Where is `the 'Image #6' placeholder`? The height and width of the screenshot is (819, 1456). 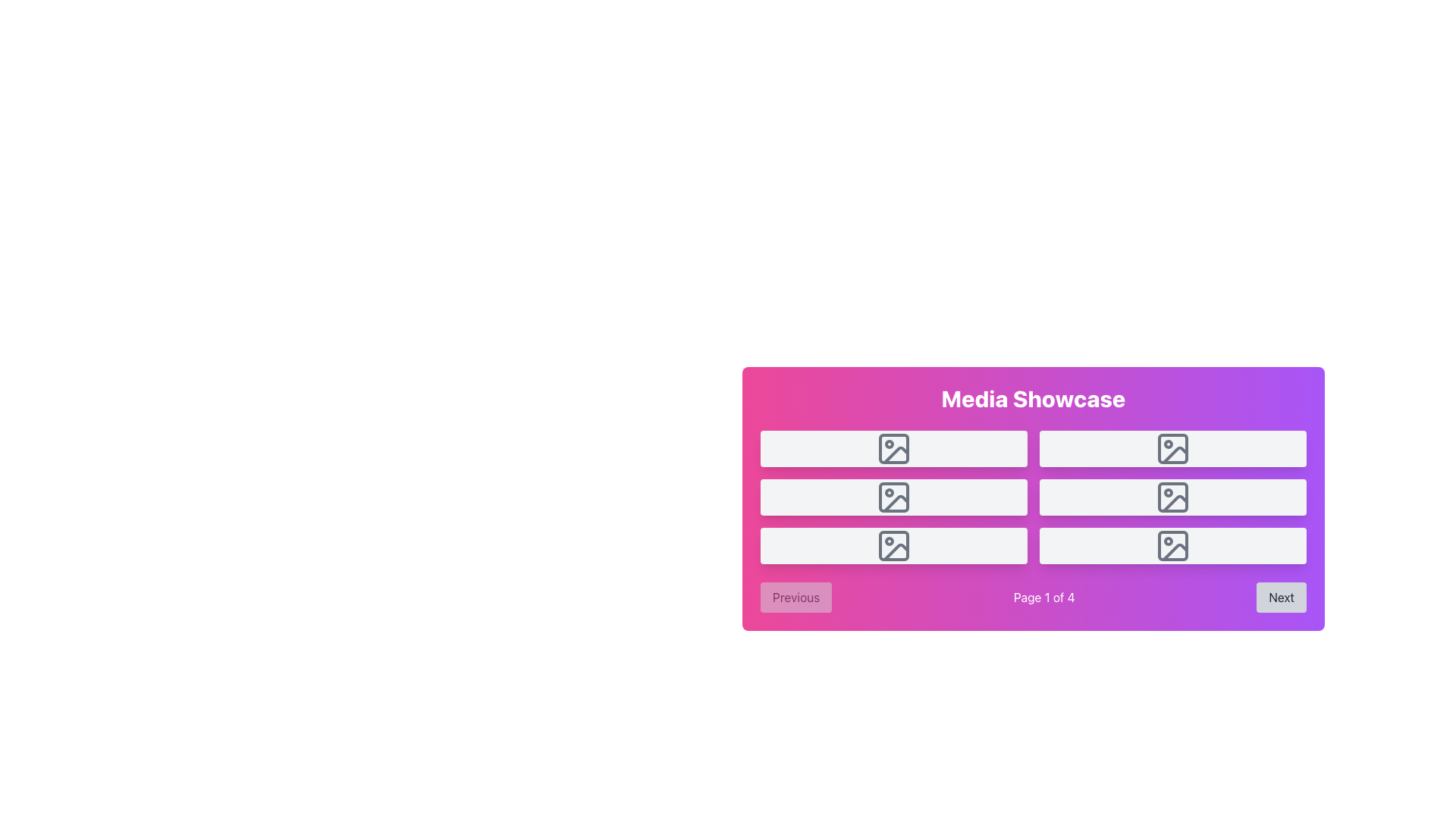
the 'Image #6' placeholder is located at coordinates (1172, 546).